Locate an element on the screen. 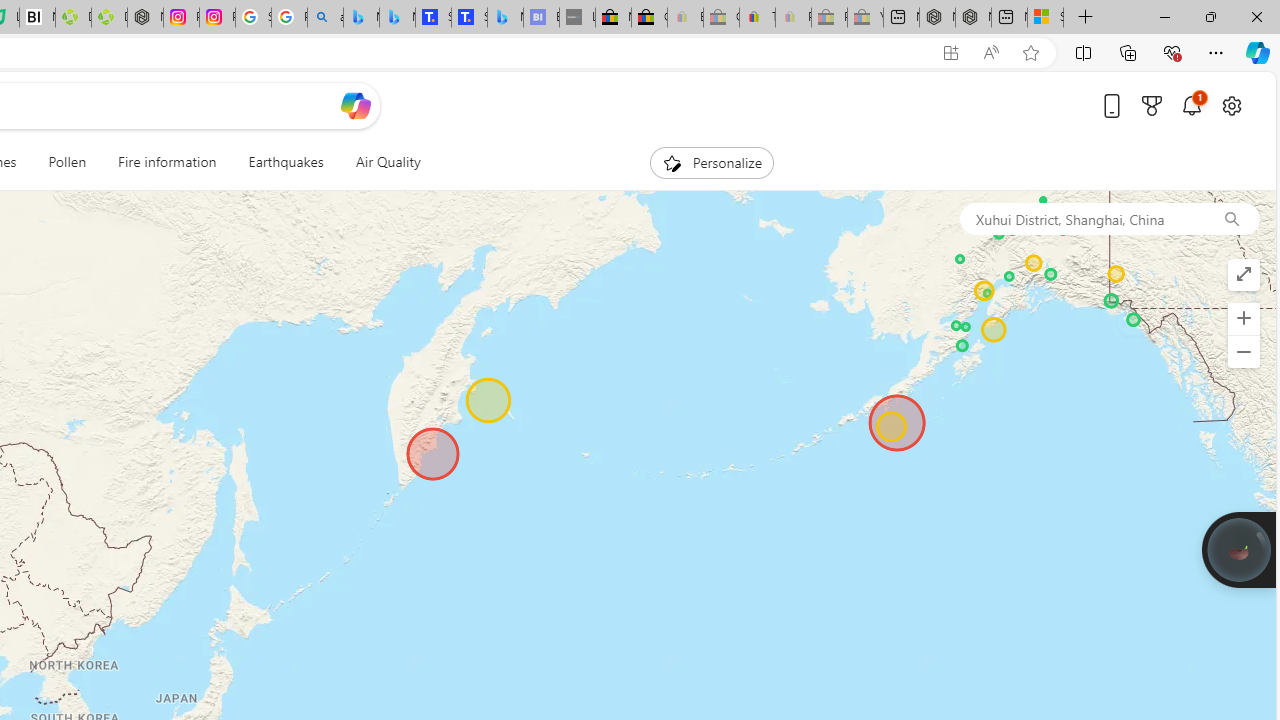 The height and width of the screenshot is (720, 1280). 'Press Room - eBay Inc. - Sleeping' is located at coordinates (829, 17).